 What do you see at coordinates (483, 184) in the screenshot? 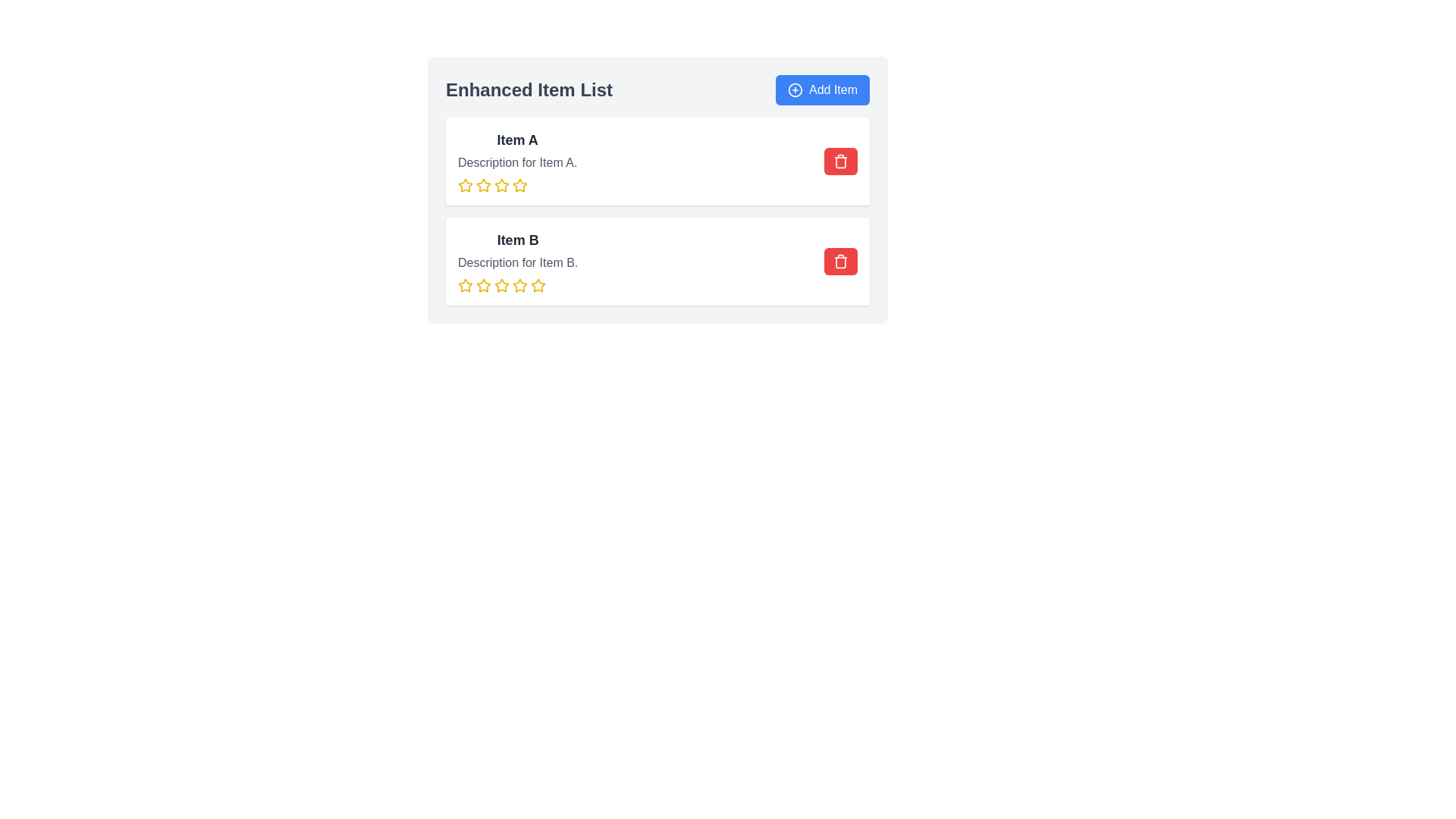
I see `the second star icon in the rating section of 'Item A'` at bounding box center [483, 184].